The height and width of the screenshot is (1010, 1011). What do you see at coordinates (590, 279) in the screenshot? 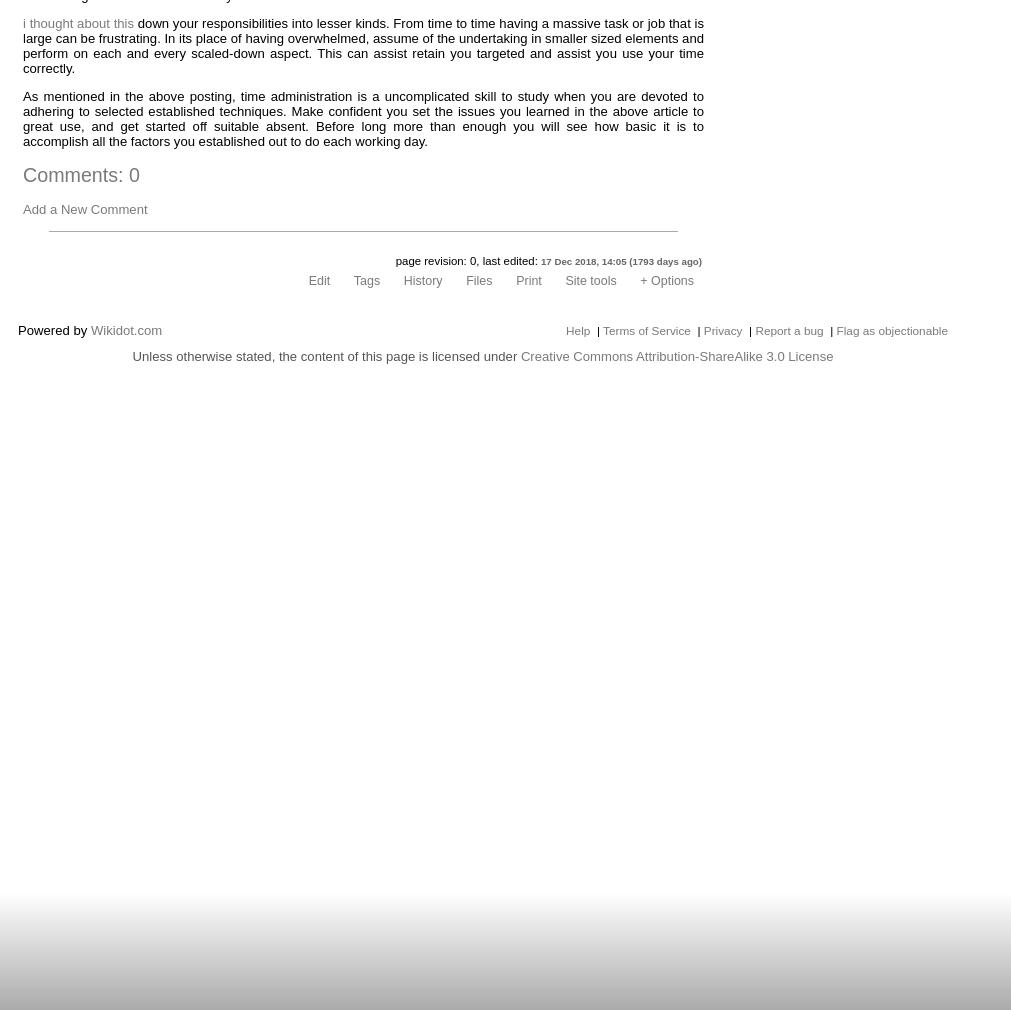
I see `'Site tools'` at bounding box center [590, 279].